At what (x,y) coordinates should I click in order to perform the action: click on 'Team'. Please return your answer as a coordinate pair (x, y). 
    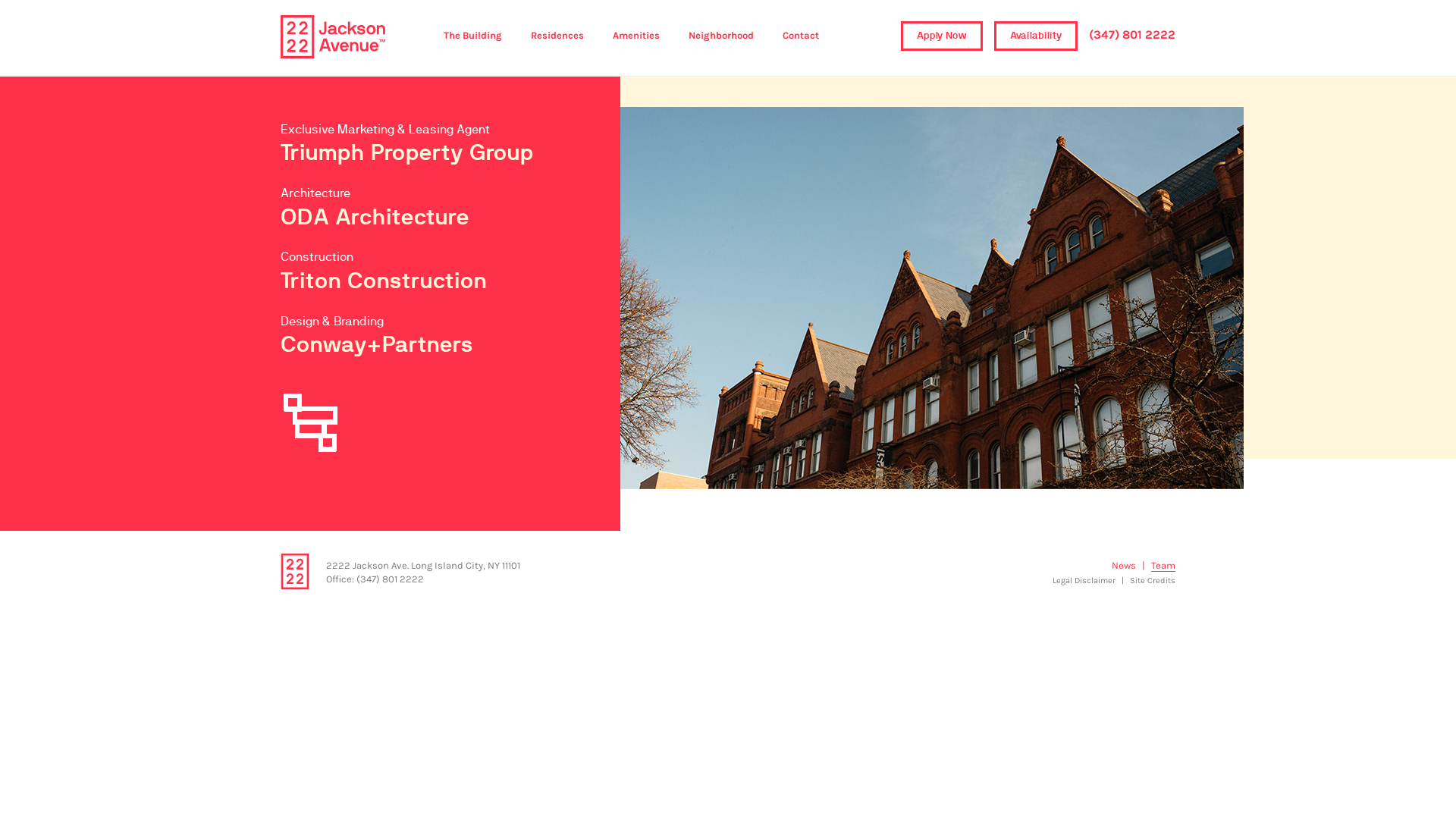
    Looking at the image, I should click on (1163, 565).